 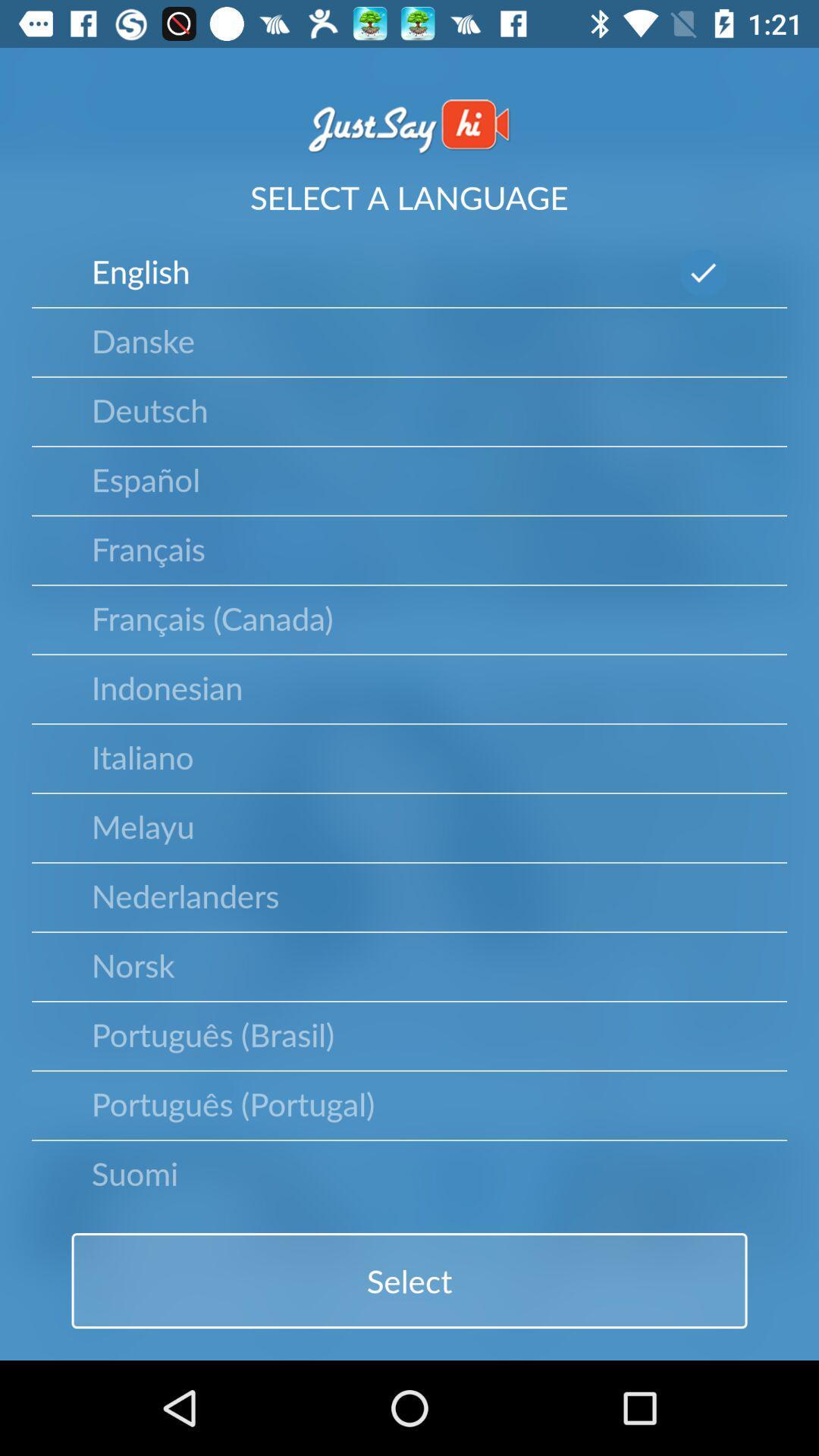 I want to click on norsk, so click(x=132, y=964).